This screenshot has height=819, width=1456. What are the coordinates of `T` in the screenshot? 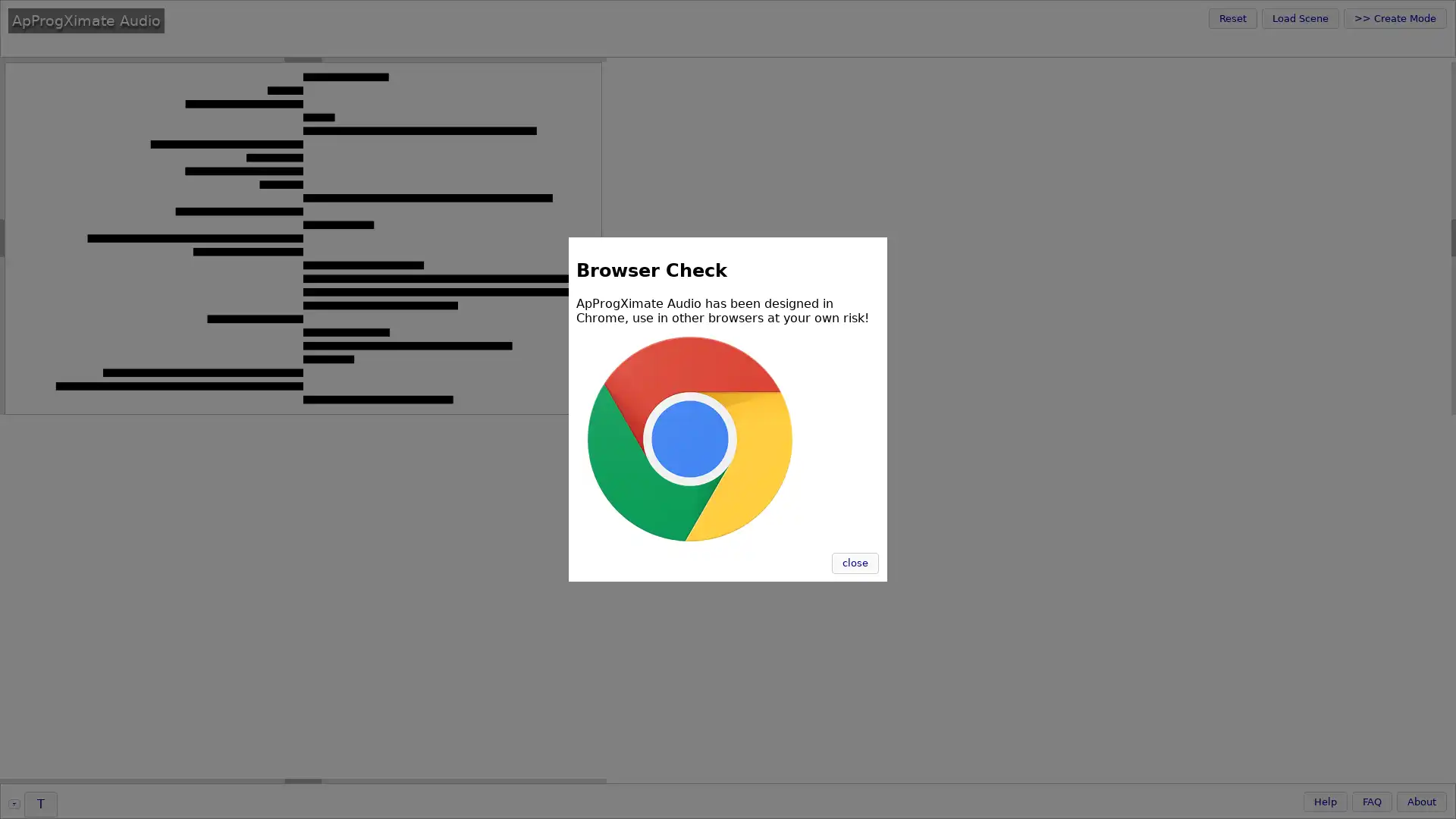 It's located at (40, 796).